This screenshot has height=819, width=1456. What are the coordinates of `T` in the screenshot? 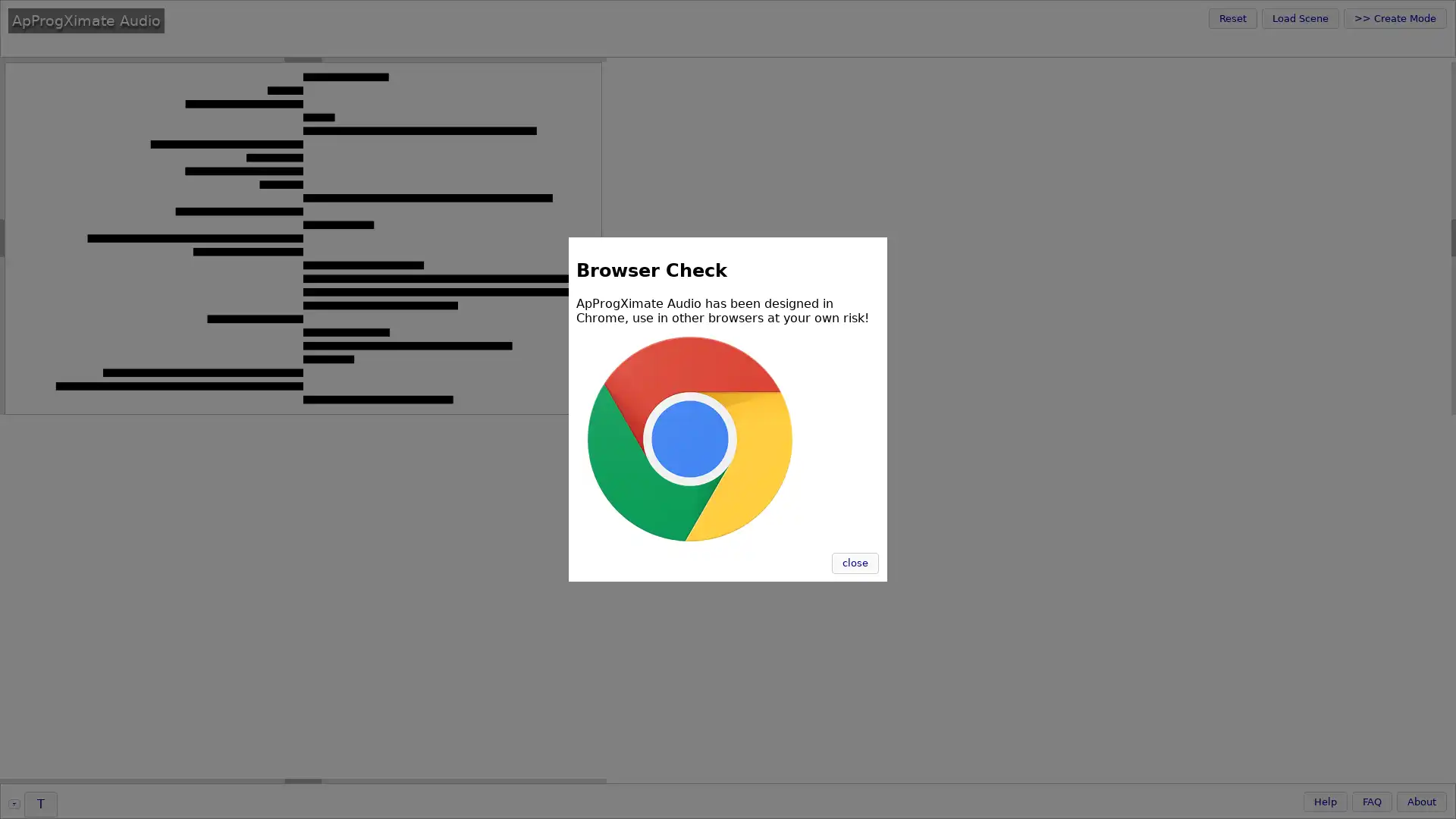 It's located at (40, 796).